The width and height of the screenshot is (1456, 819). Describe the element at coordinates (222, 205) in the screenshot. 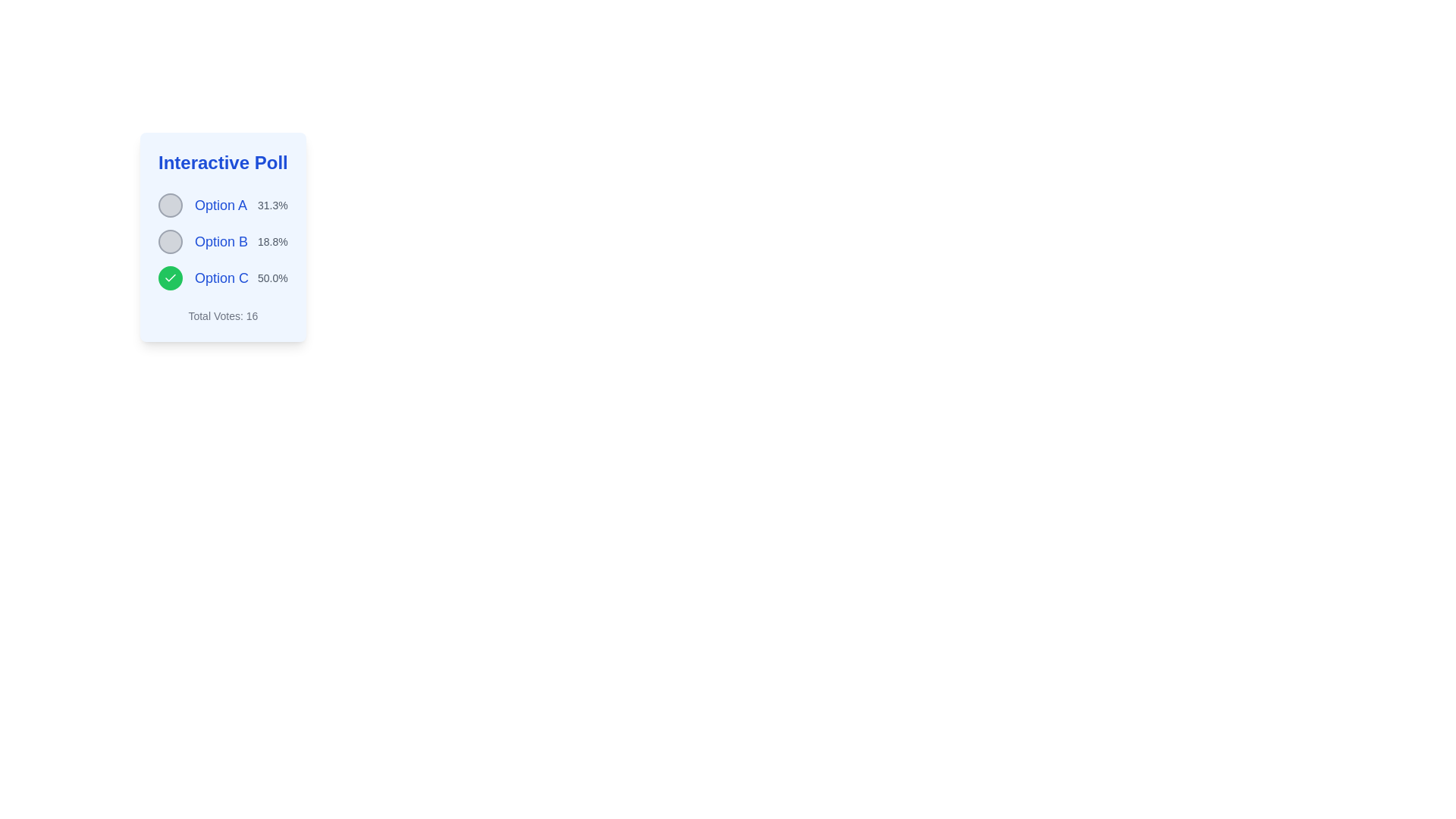

I see `the first poll option labeled 'Option A' which shows a vote share of '31.3%' in the interactive poll interface` at that location.